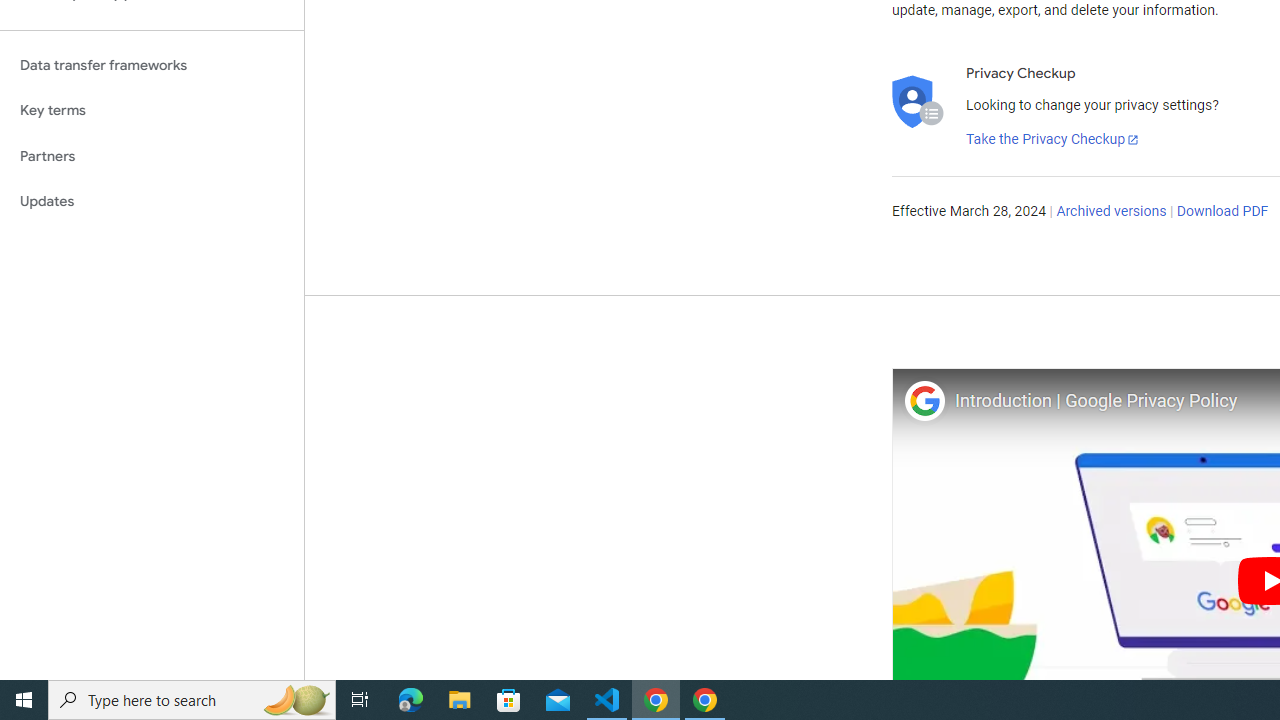 The height and width of the screenshot is (720, 1280). I want to click on 'Archived versions', so click(1110, 212).